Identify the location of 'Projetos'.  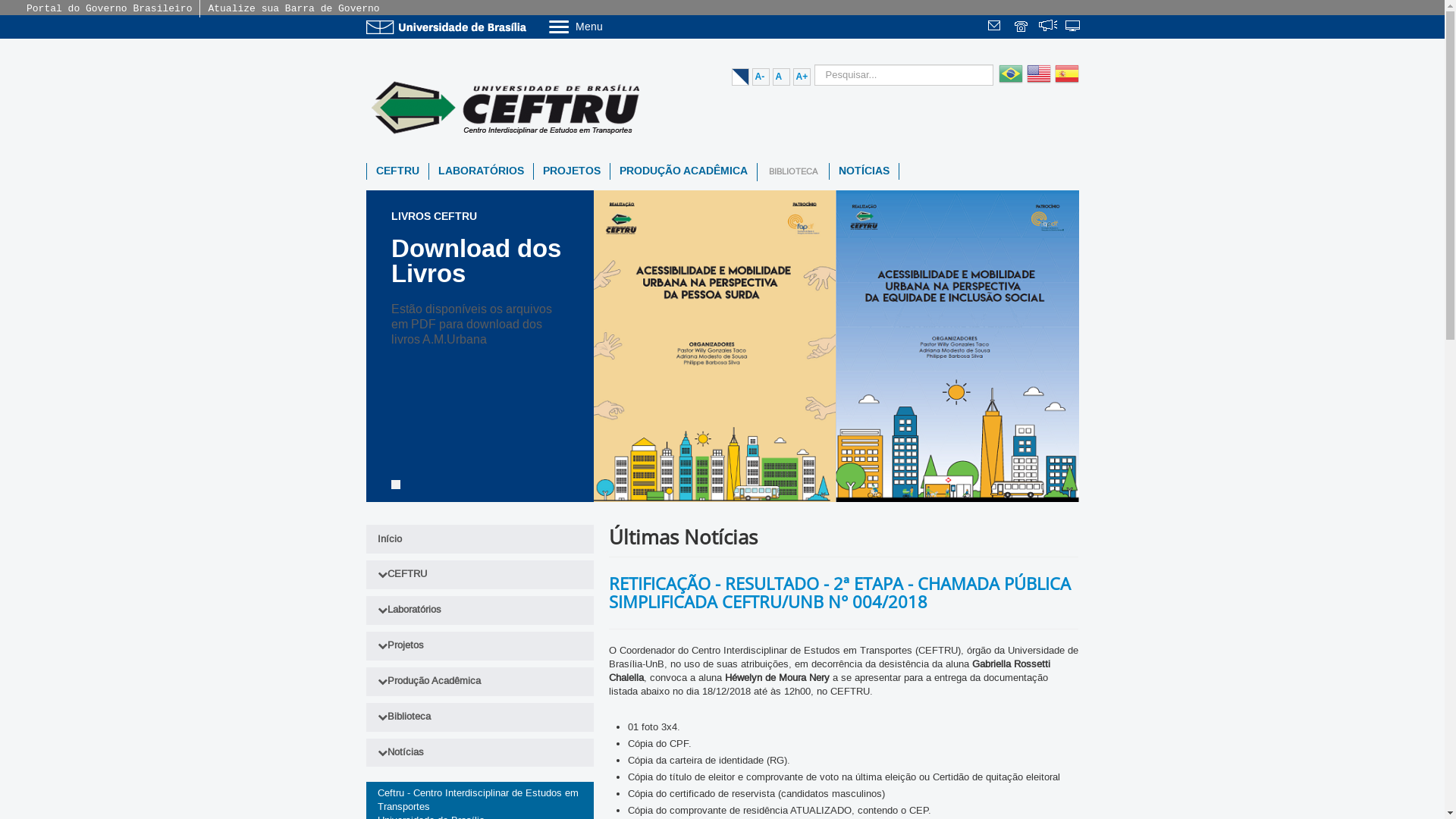
(479, 646).